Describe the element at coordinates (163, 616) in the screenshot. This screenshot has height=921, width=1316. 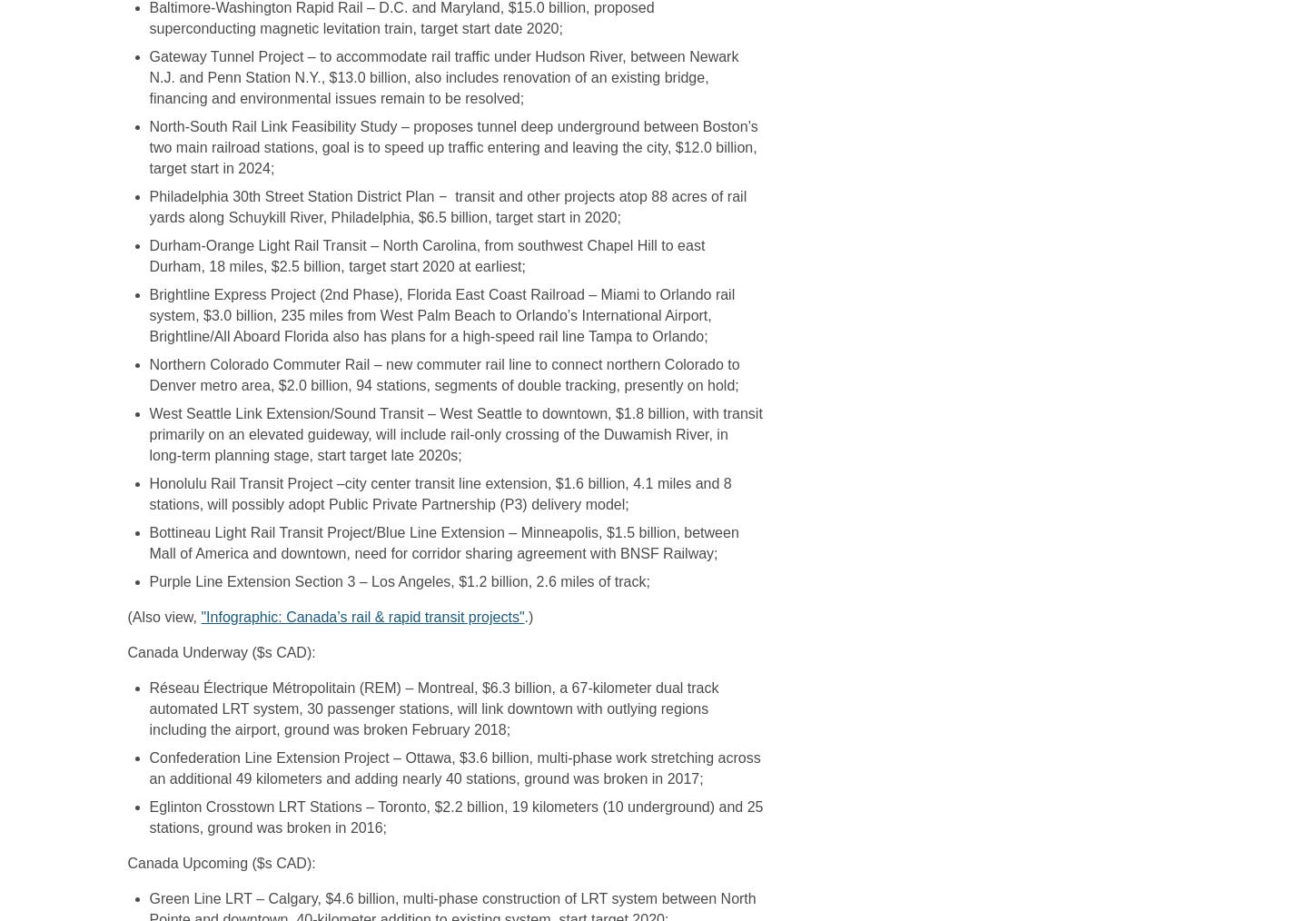
I see `'(Also view,'` at that location.